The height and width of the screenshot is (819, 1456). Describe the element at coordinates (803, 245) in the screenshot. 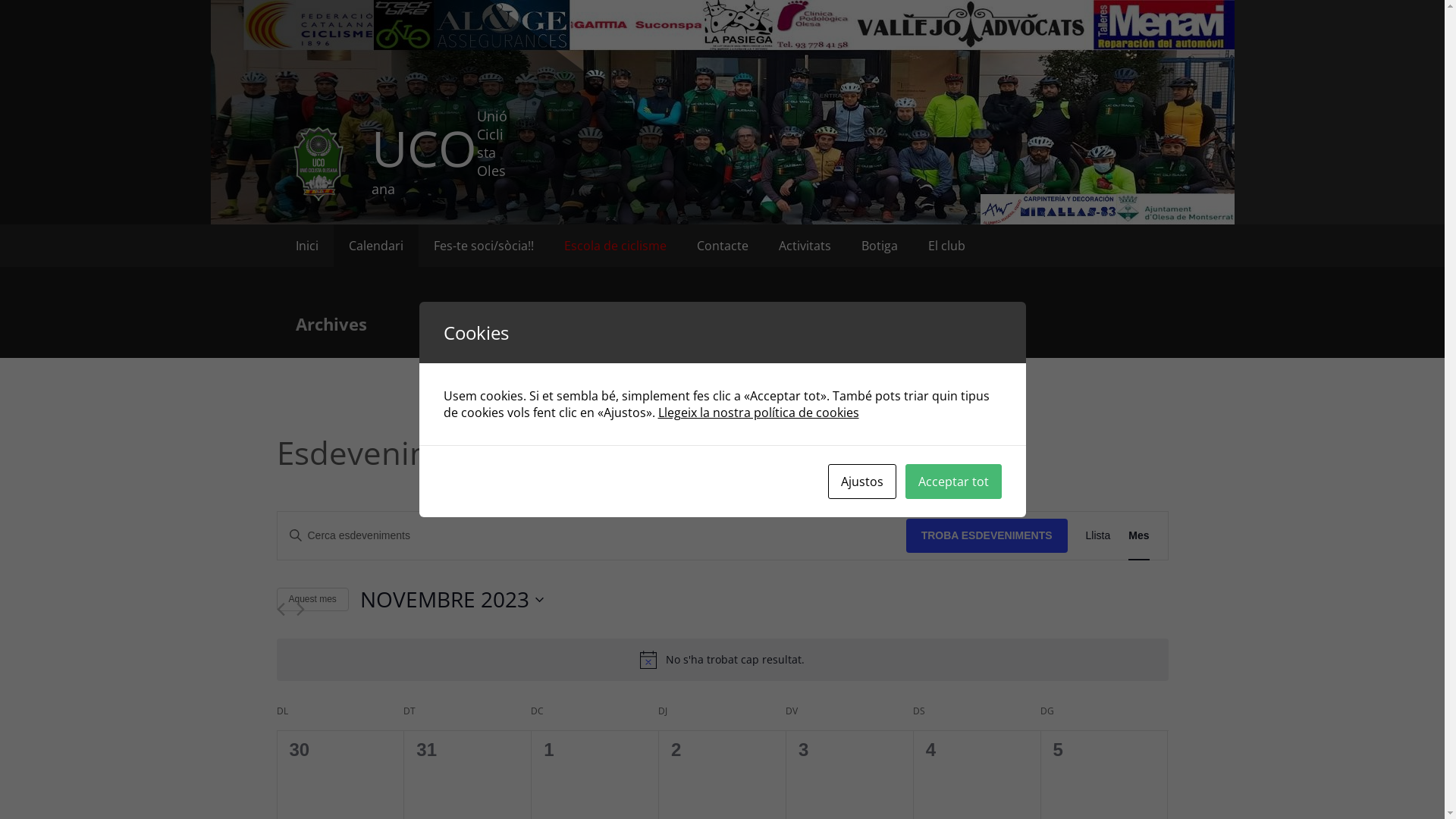

I see `'Activitats'` at that location.